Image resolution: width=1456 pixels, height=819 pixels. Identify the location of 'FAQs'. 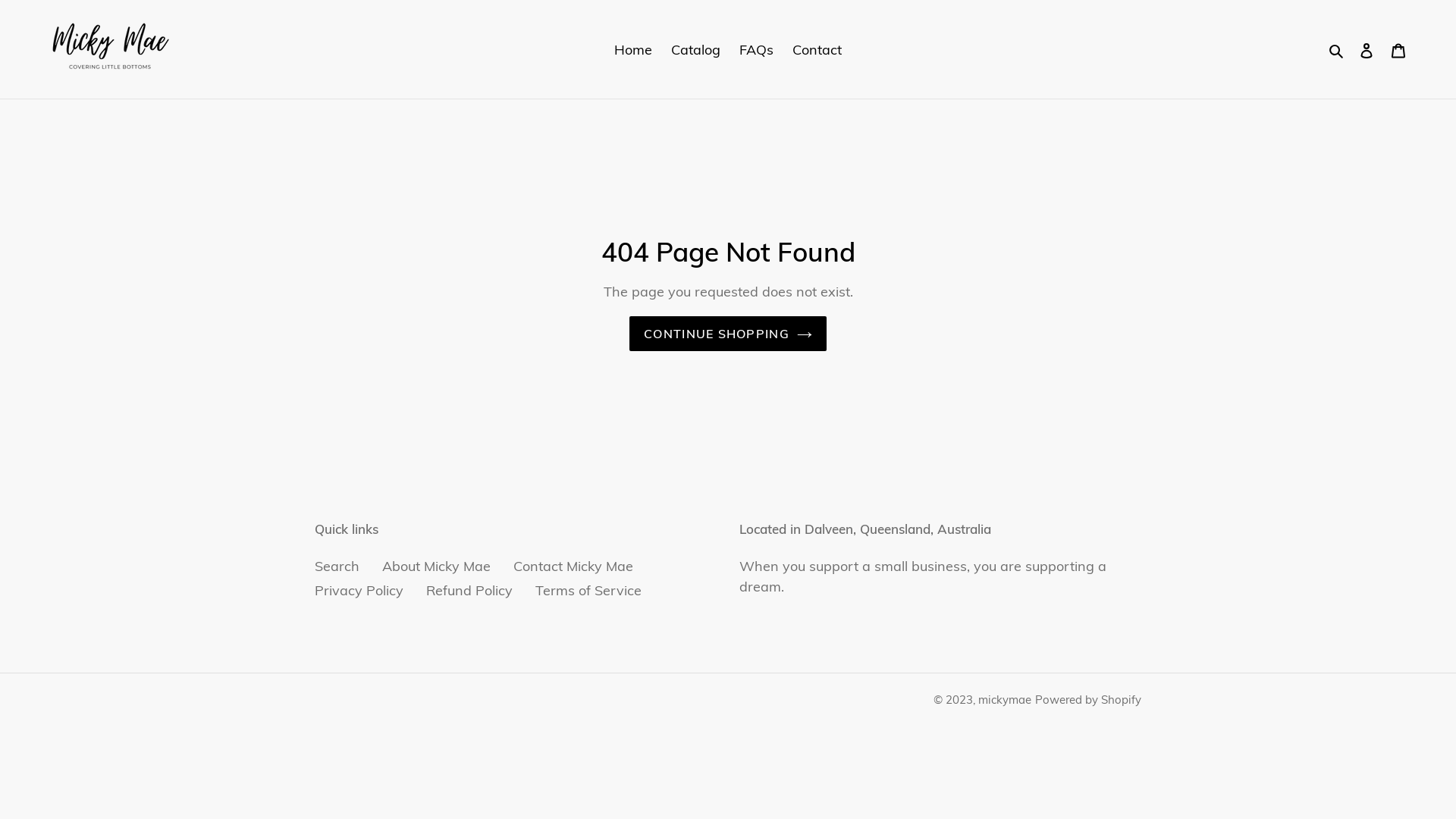
(756, 48).